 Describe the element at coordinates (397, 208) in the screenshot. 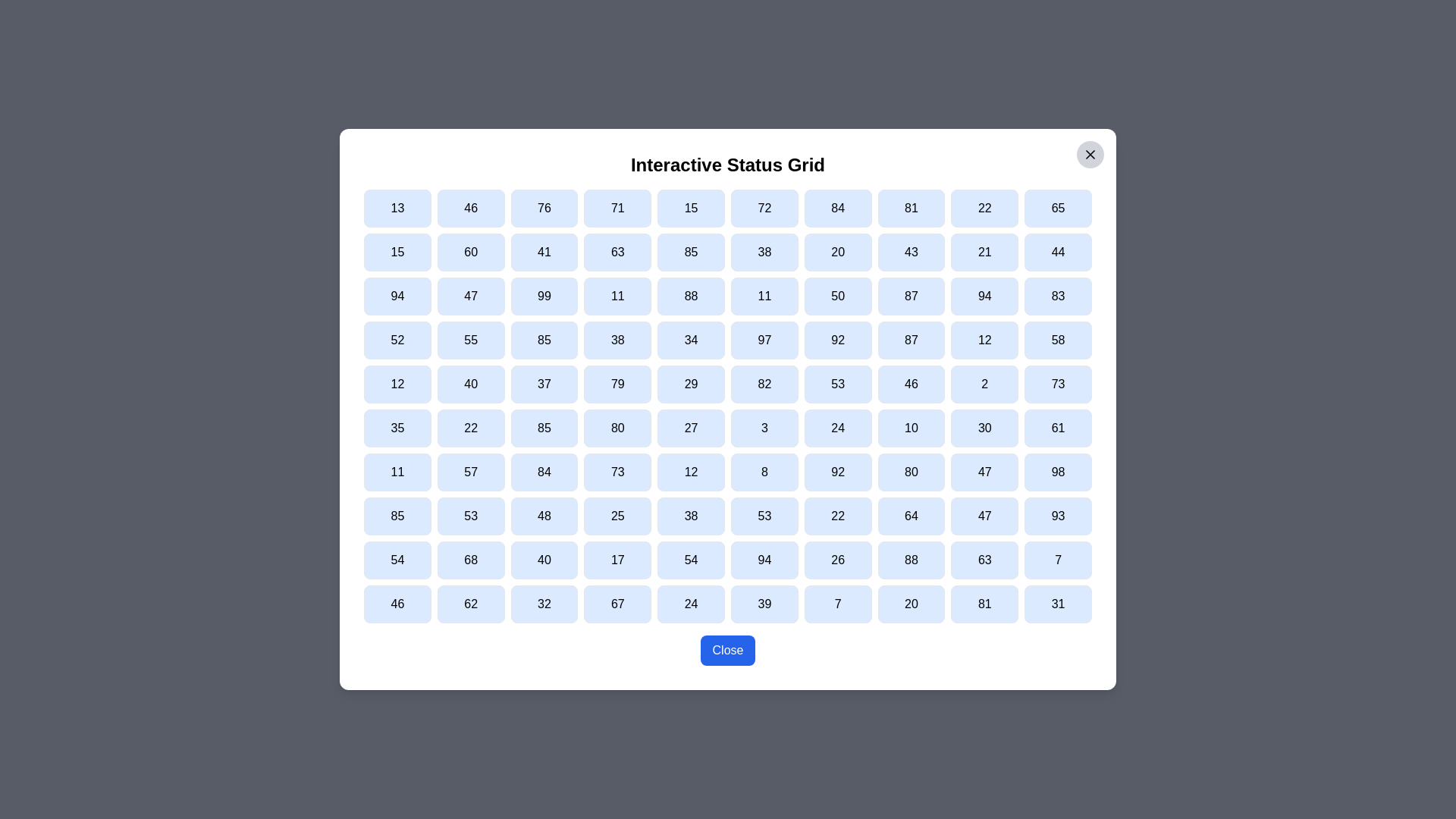

I see `the grid cell containing the value '13'` at that location.